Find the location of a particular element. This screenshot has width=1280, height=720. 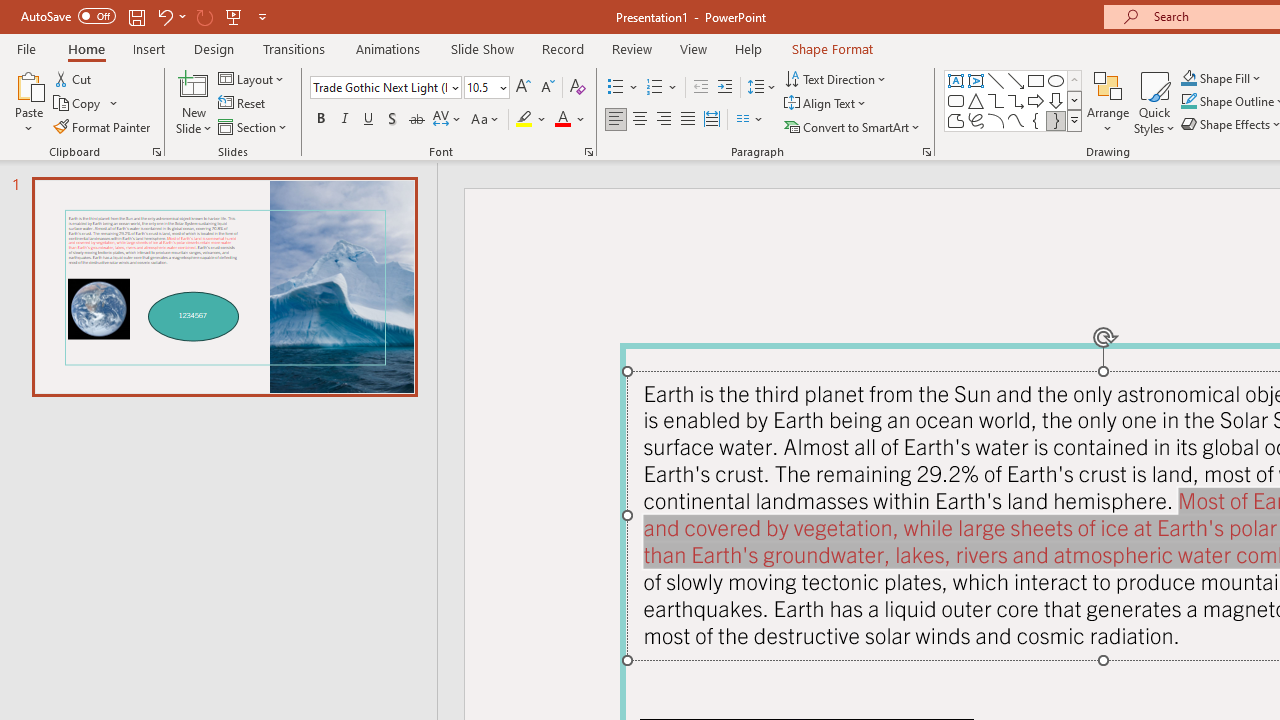

'Decrease Font Size' is located at coordinates (547, 86).